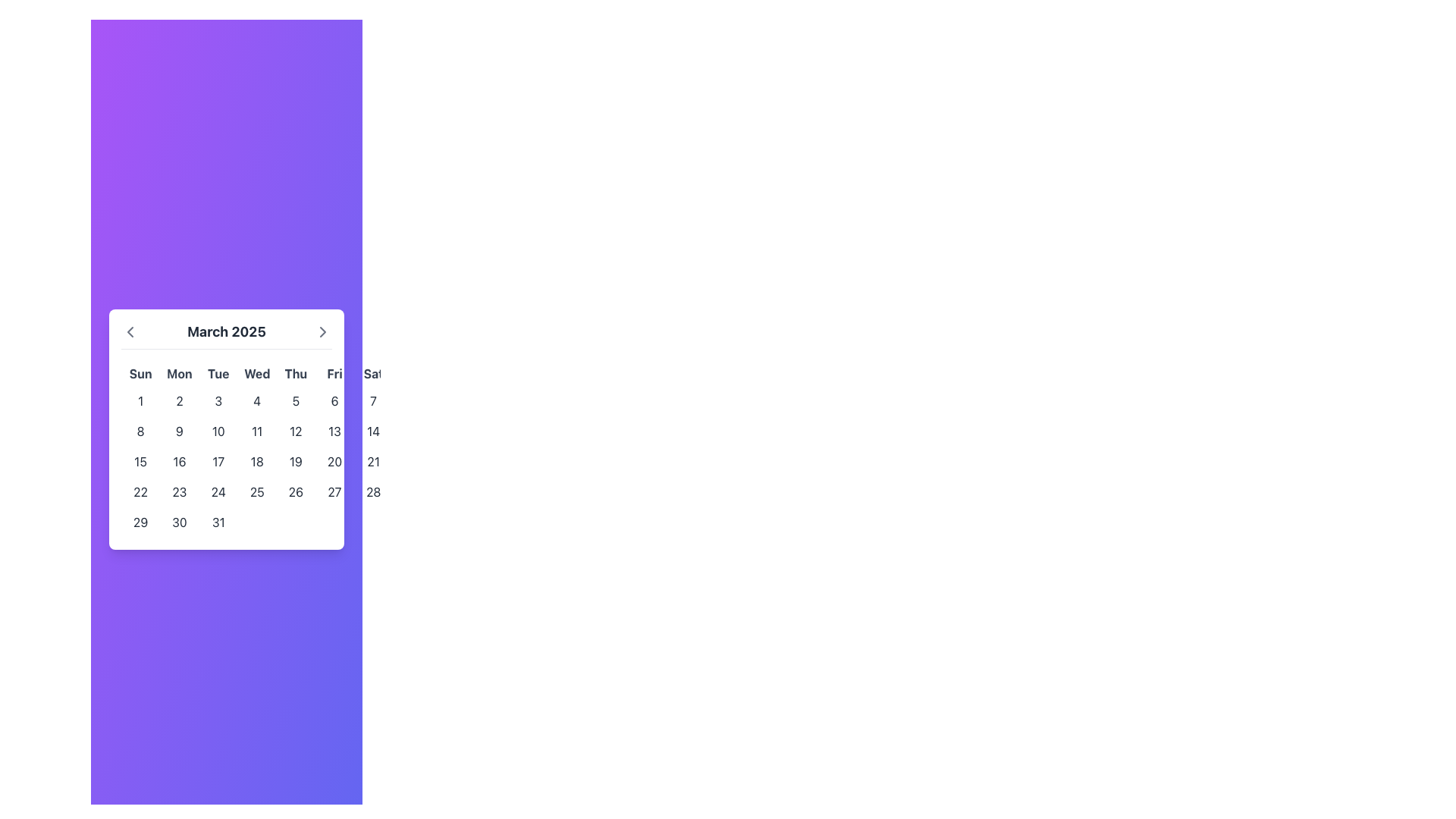  What do you see at coordinates (179, 373) in the screenshot?
I see `the Text Label representing 'Mon', which is the second day of the week in the calendar UI` at bounding box center [179, 373].